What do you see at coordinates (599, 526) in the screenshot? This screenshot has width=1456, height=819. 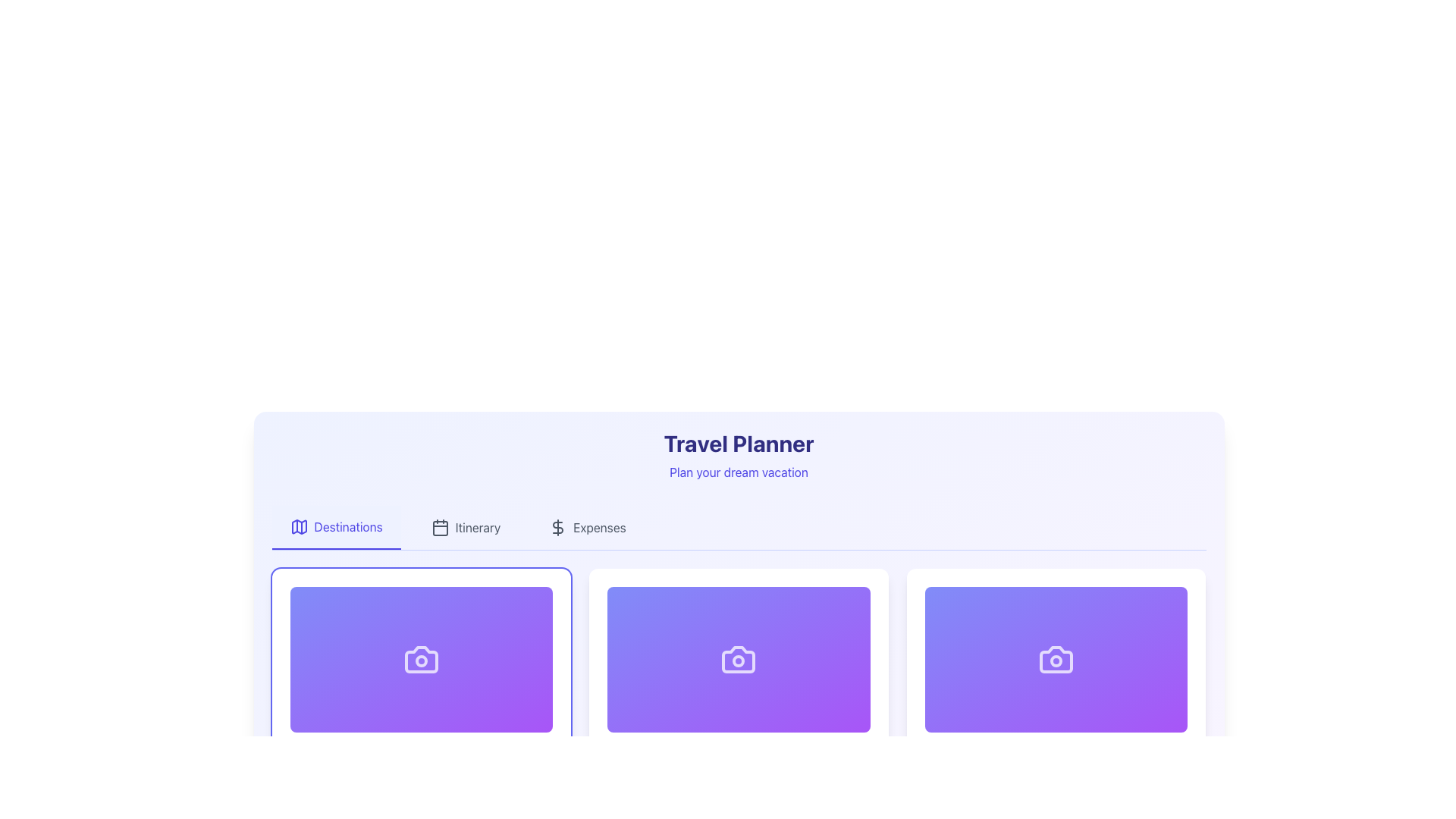 I see `the text label 'Expenses' in the navigation menu` at bounding box center [599, 526].